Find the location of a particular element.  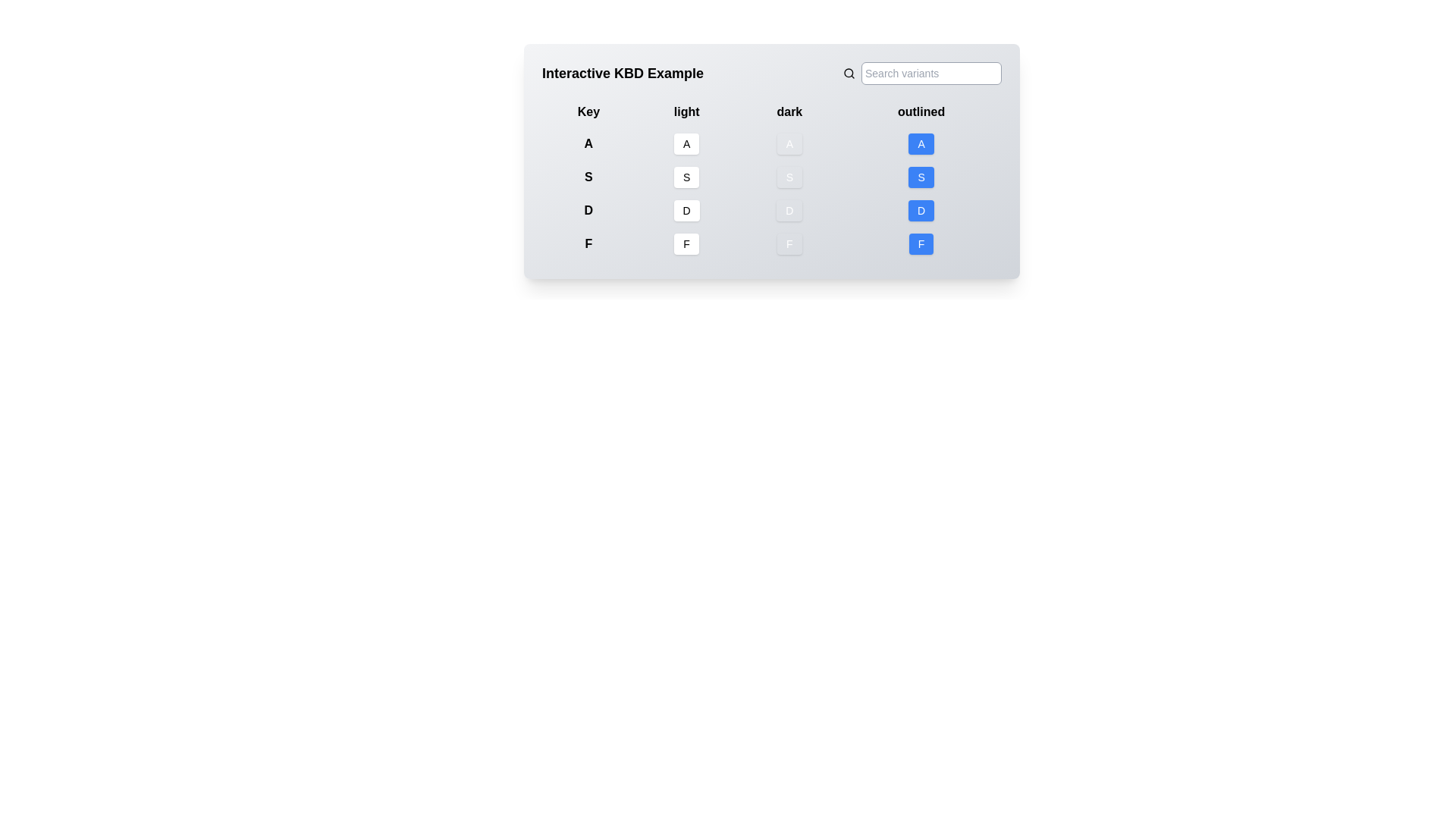

the rectangular button with rounded edges, gray background, and white 'S' centered within it, located in the 'dark' column of the 'Interactive KBD Example' interface is located at coordinates (789, 177).